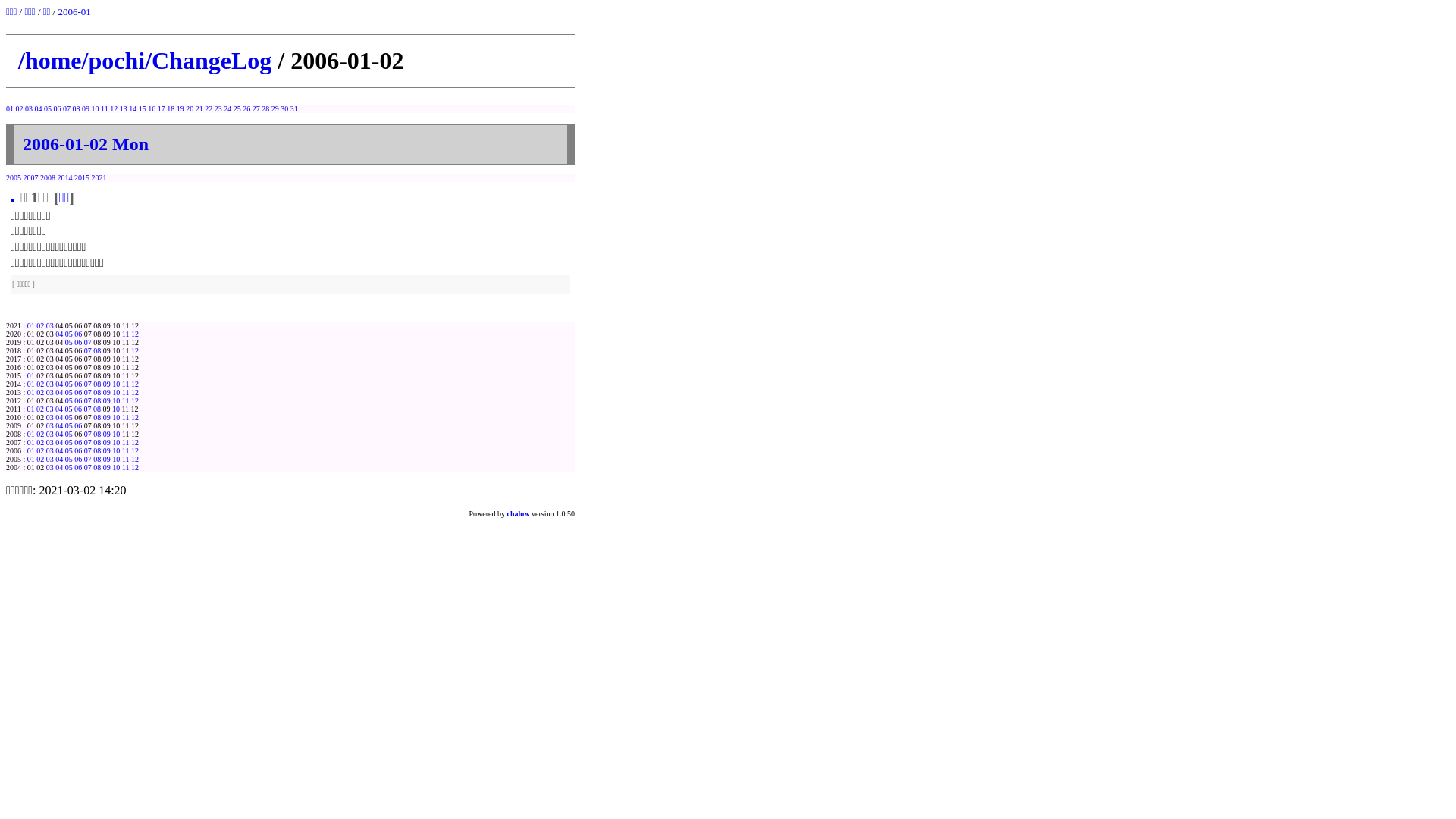 The height and width of the screenshot is (819, 1456). What do you see at coordinates (142, 108) in the screenshot?
I see `'15'` at bounding box center [142, 108].